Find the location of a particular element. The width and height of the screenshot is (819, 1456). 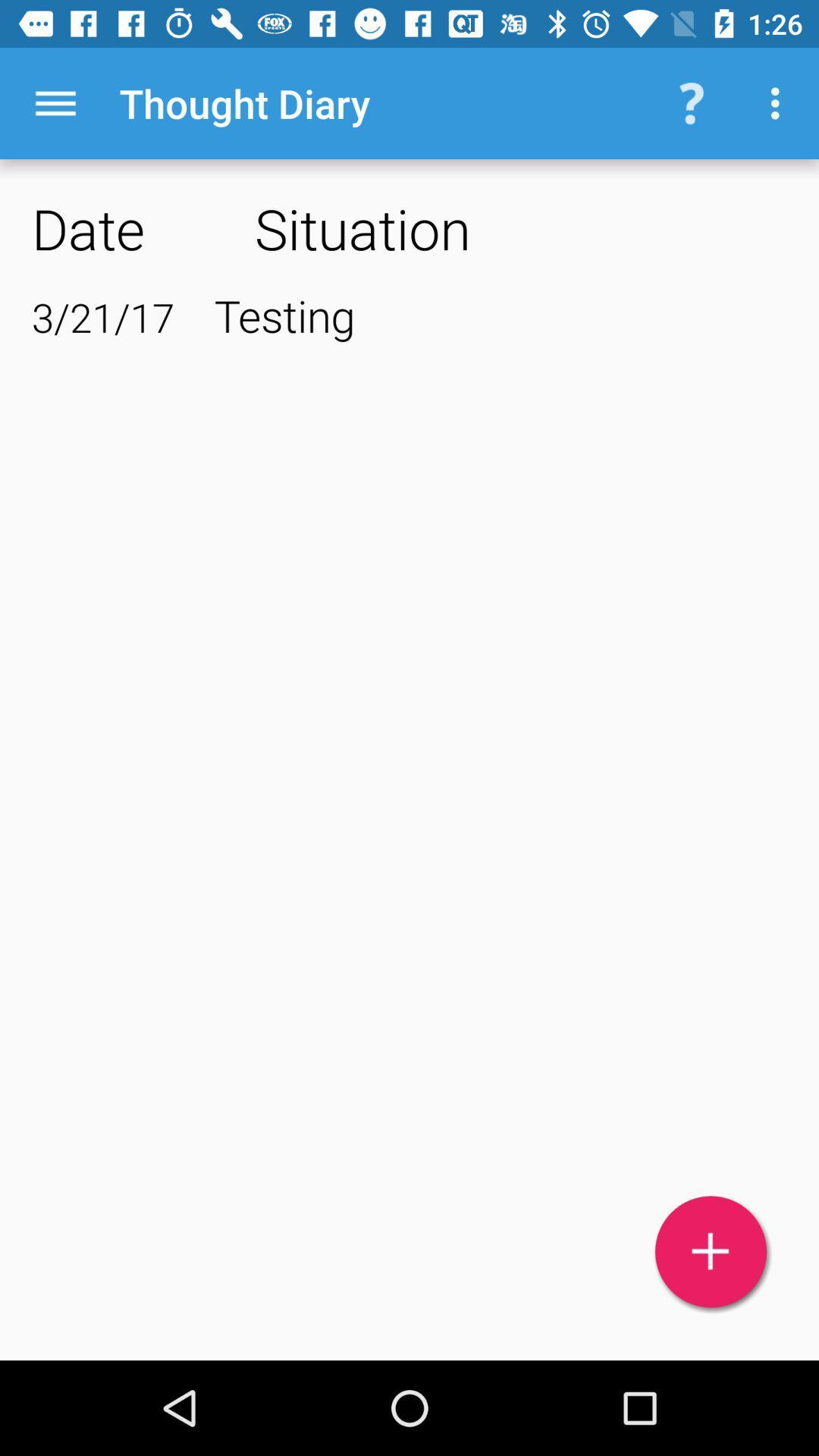

the 3/21/17 item is located at coordinates (102, 316).